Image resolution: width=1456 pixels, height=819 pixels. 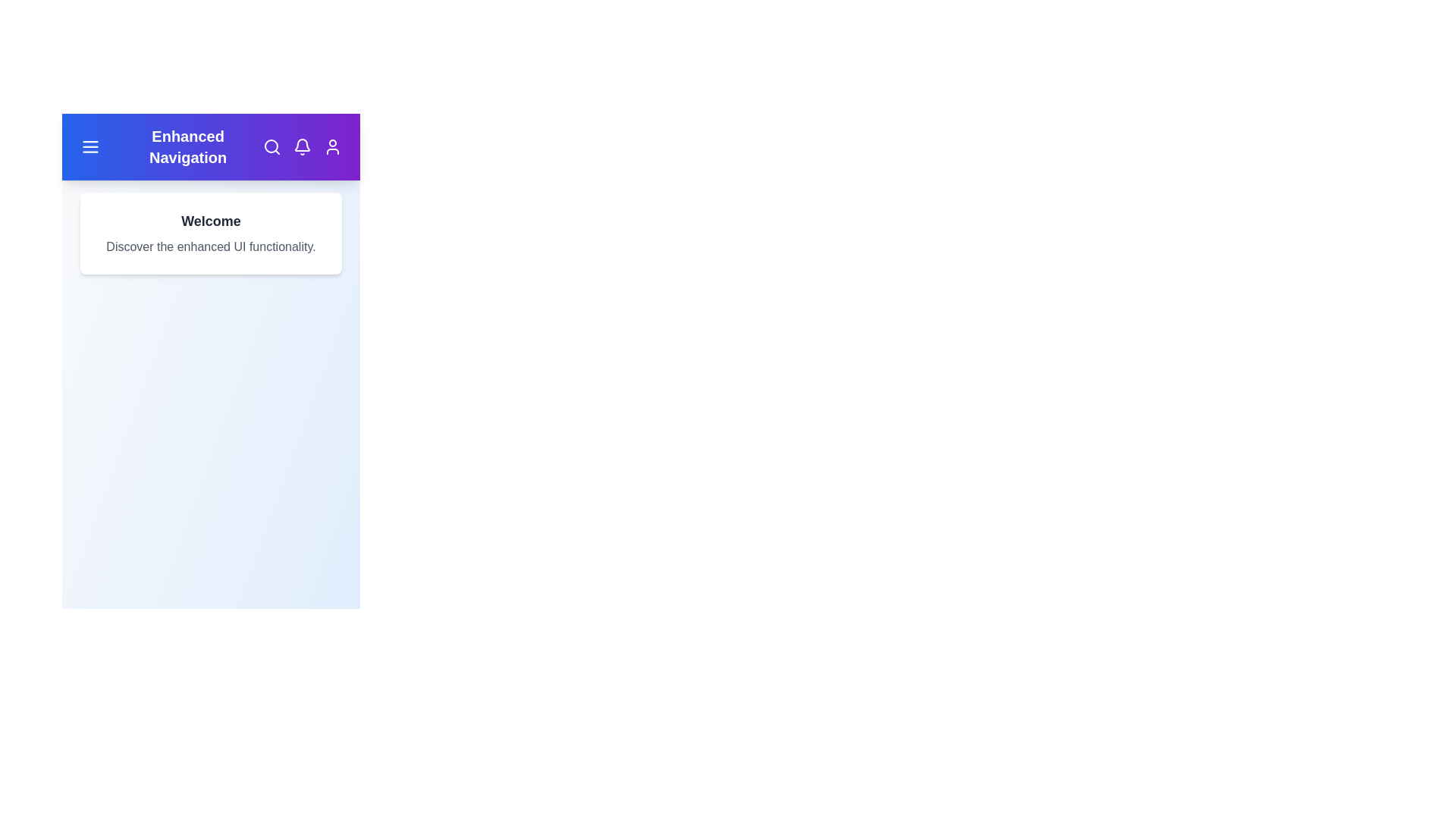 I want to click on the search icon in the navigation bar, so click(x=272, y=146).